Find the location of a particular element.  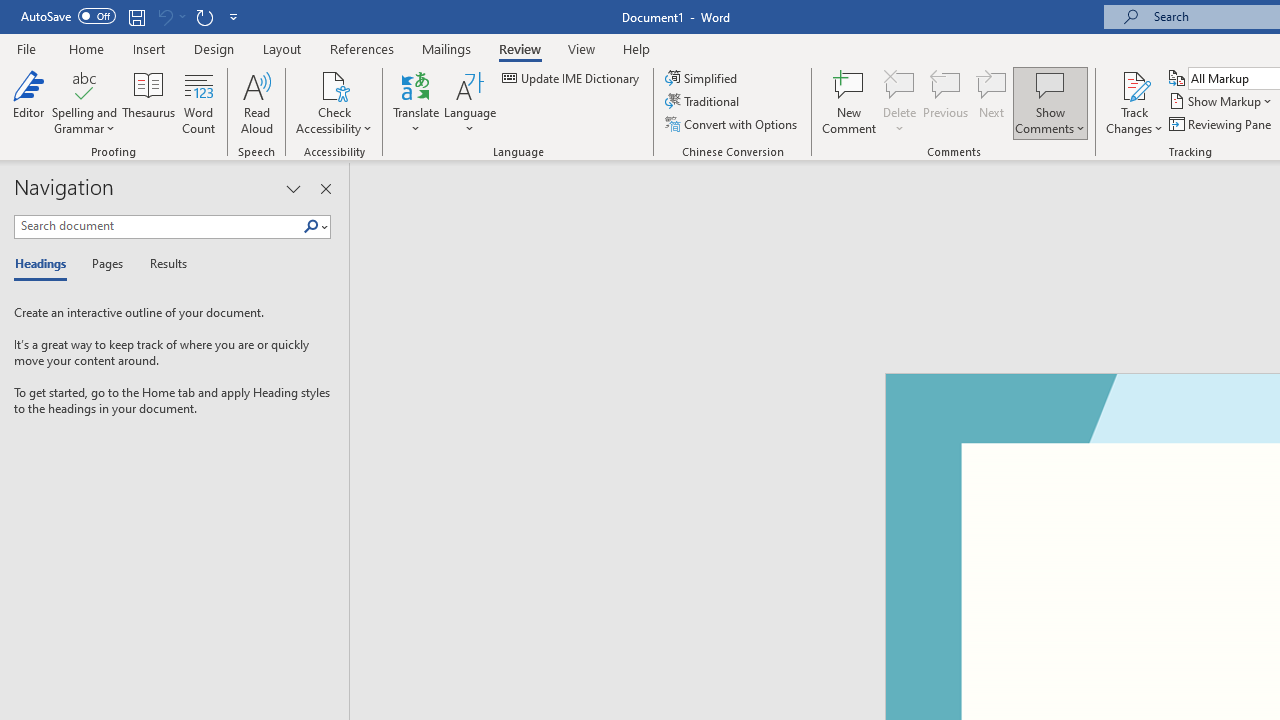

'Results' is located at coordinates (161, 264).